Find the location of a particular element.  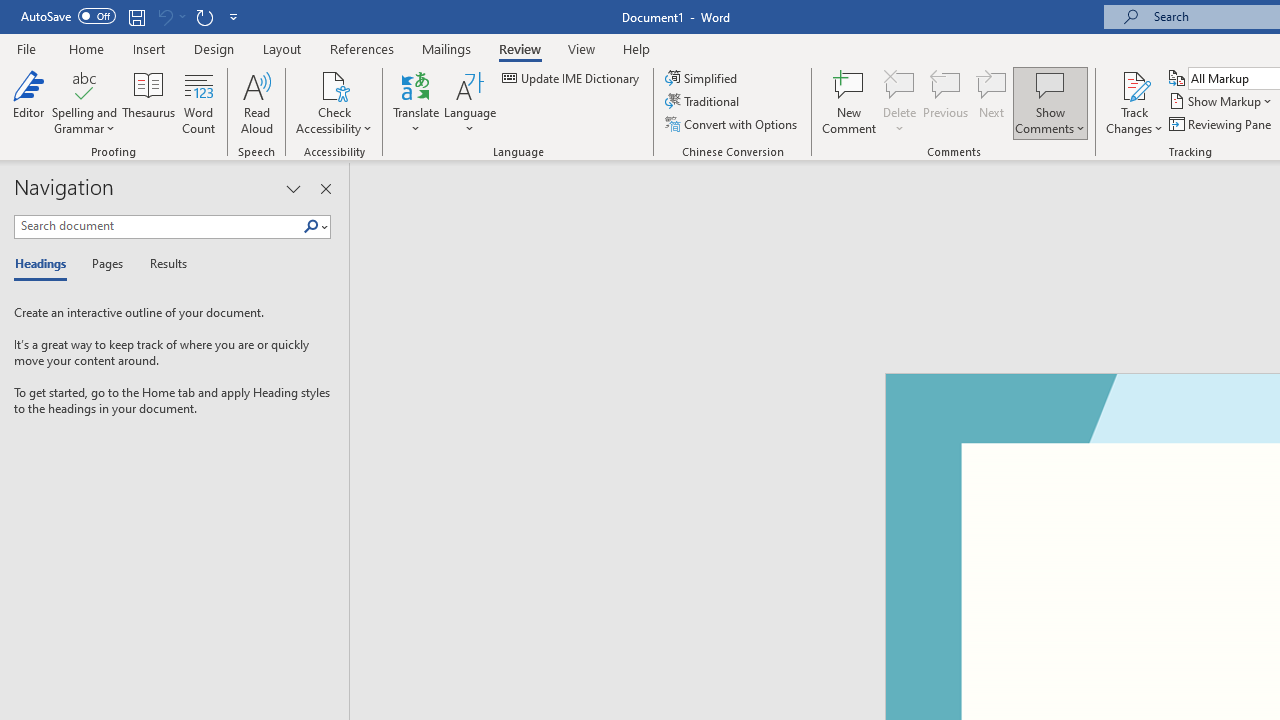

'Results' is located at coordinates (161, 264).